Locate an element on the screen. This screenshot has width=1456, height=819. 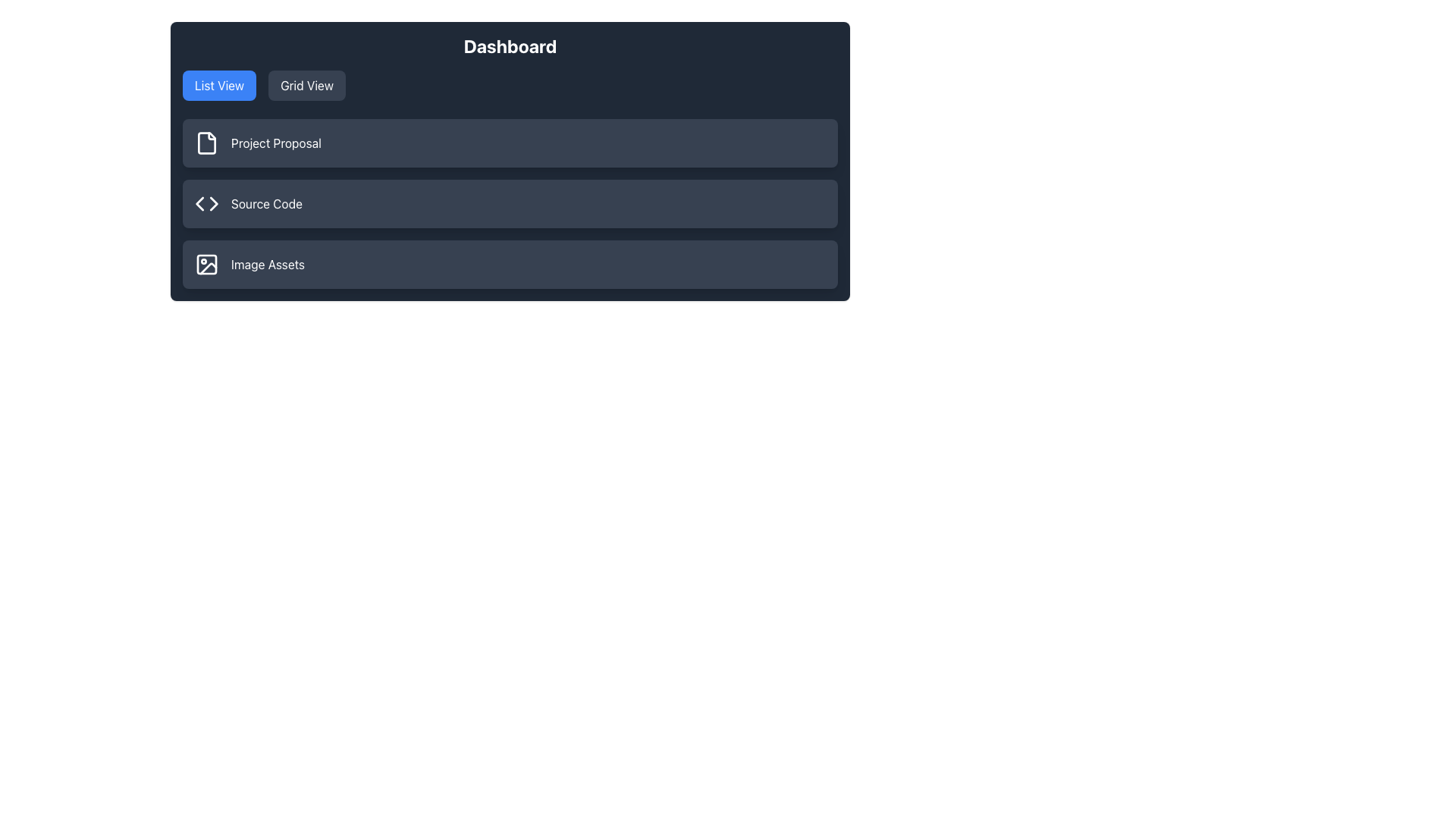
the compact file icon with a dark theme and white outline, located to the left of the 'Project Proposal' text in the first row of the card-like UI under the 'Dashboard' heading is located at coordinates (206, 143).